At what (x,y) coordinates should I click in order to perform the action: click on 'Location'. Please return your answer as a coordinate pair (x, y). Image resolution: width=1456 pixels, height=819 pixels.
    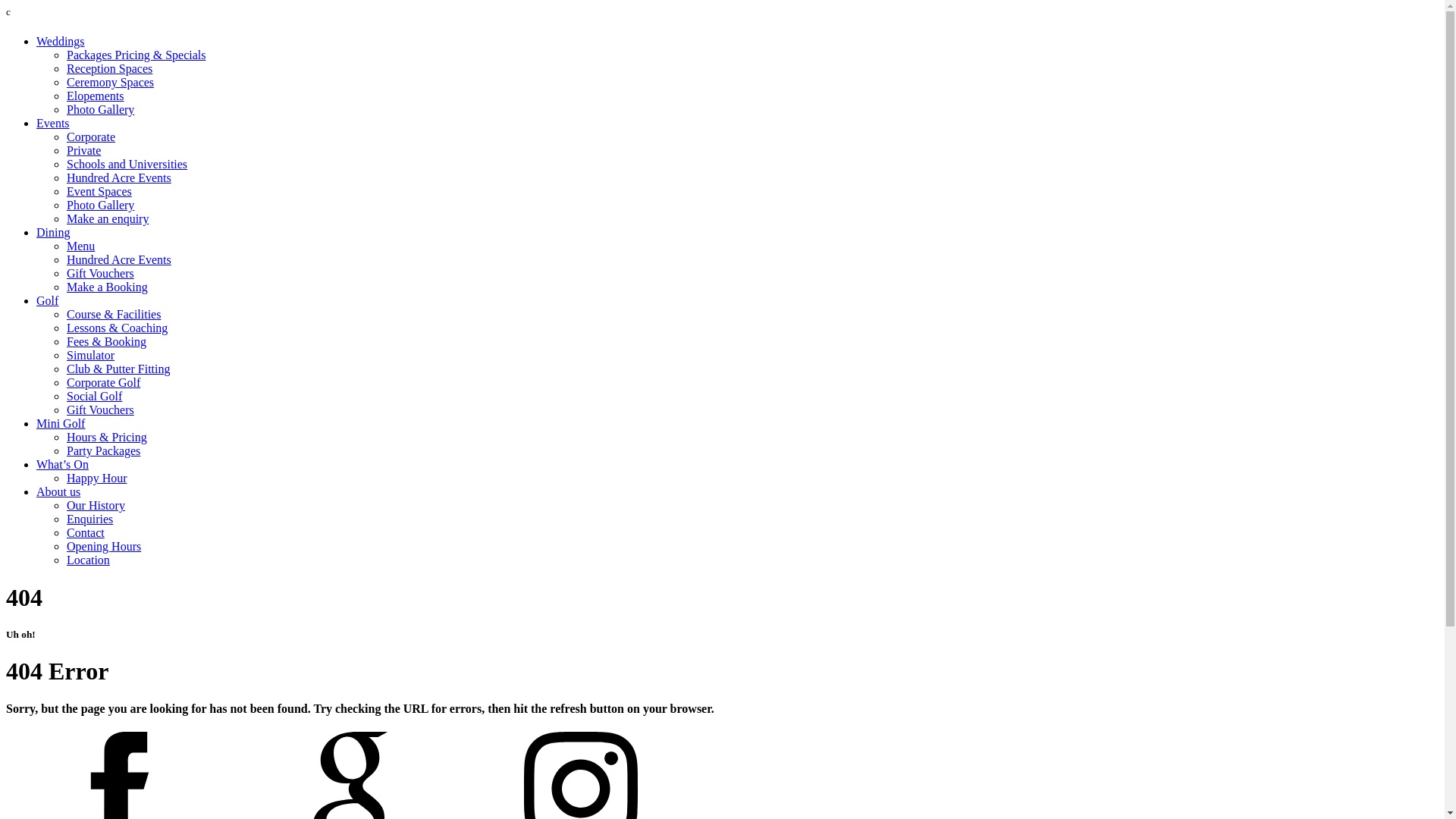
    Looking at the image, I should click on (87, 560).